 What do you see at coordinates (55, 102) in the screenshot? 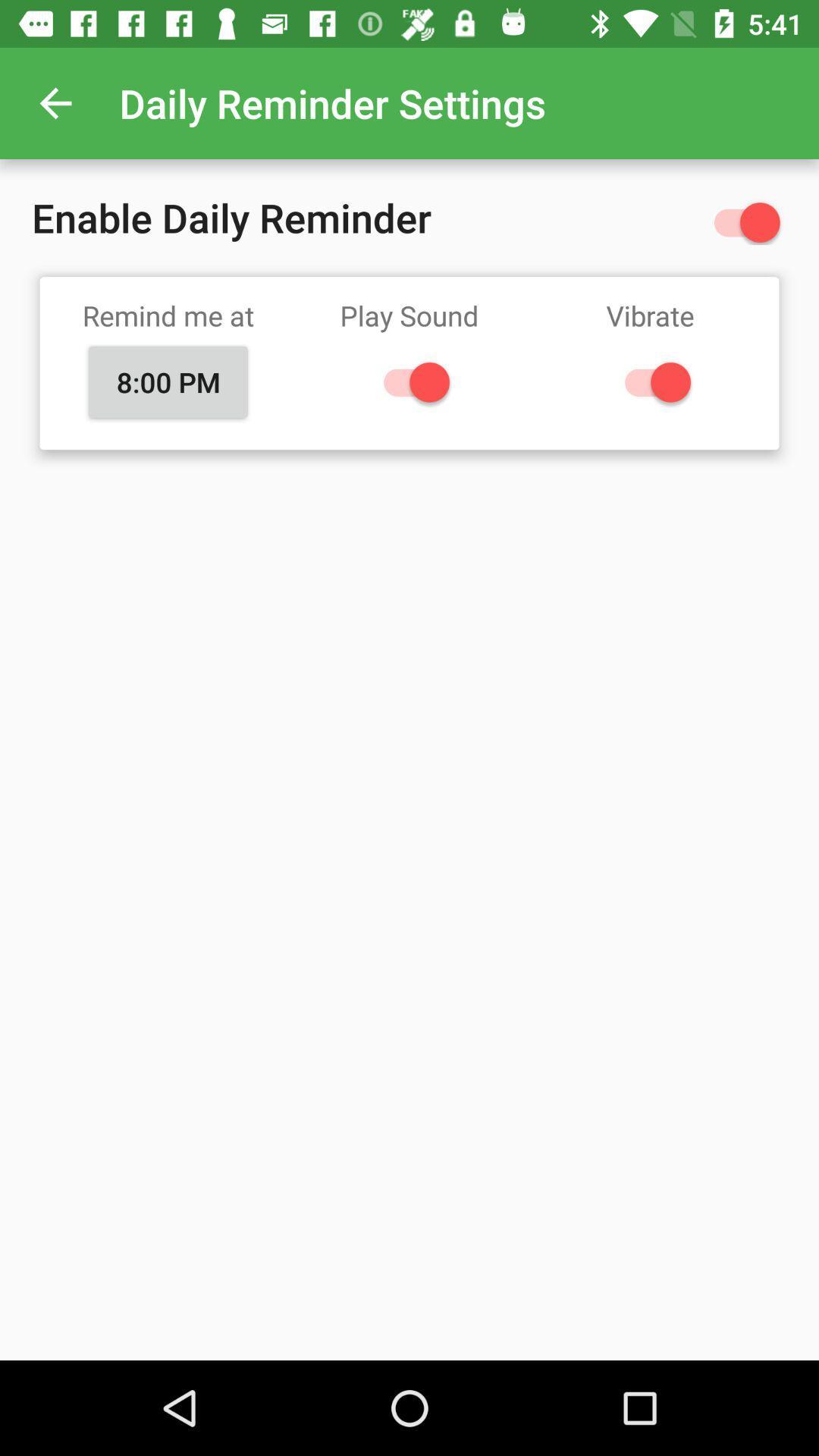
I see `item next to daily reminder settings item` at bounding box center [55, 102].